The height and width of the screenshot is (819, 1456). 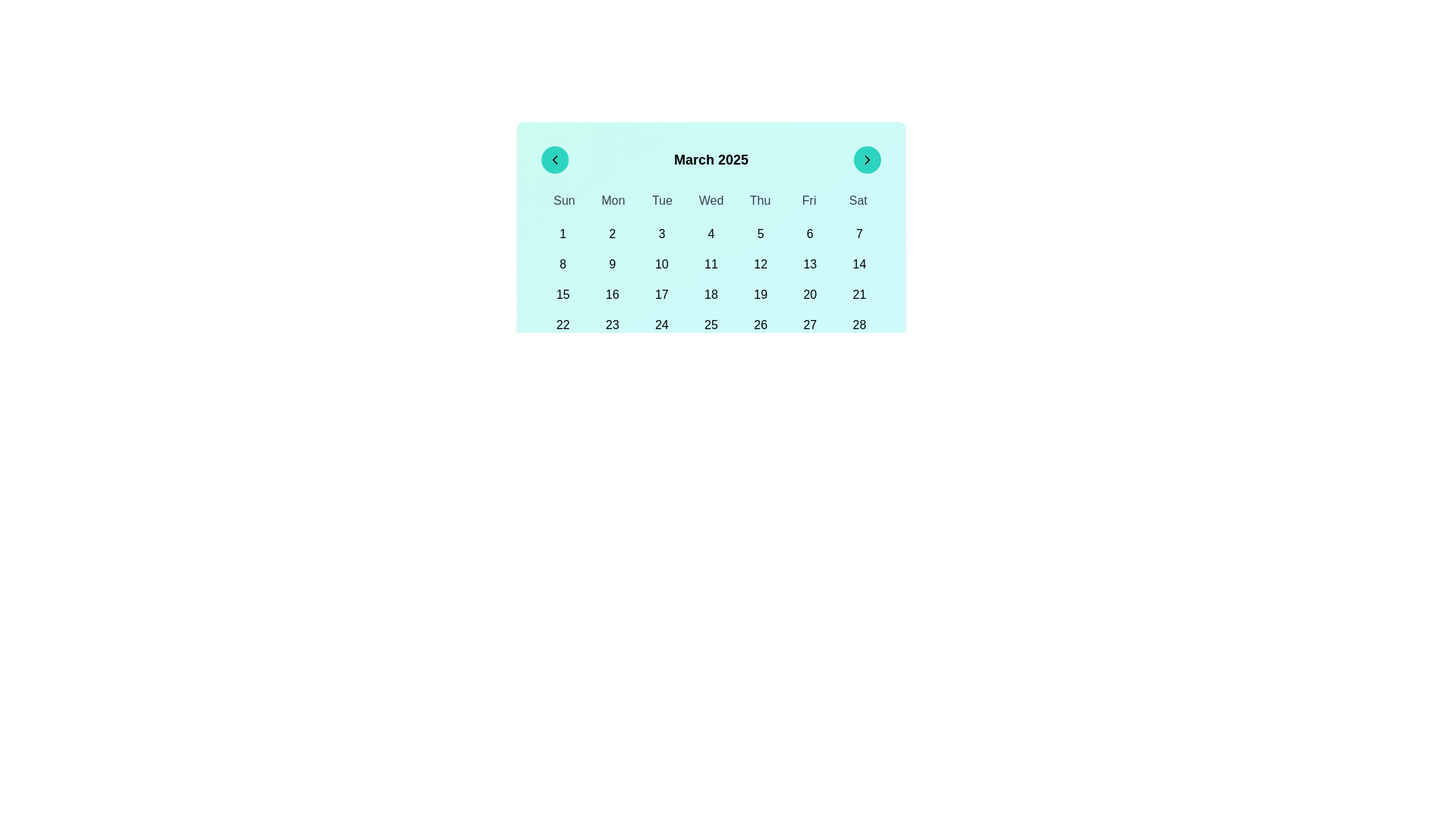 What do you see at coordinates (809, 295) in the screenshot?
I see `the interactive calendar date cell displaying the number '20', which is` at bounding box center [809, 295].